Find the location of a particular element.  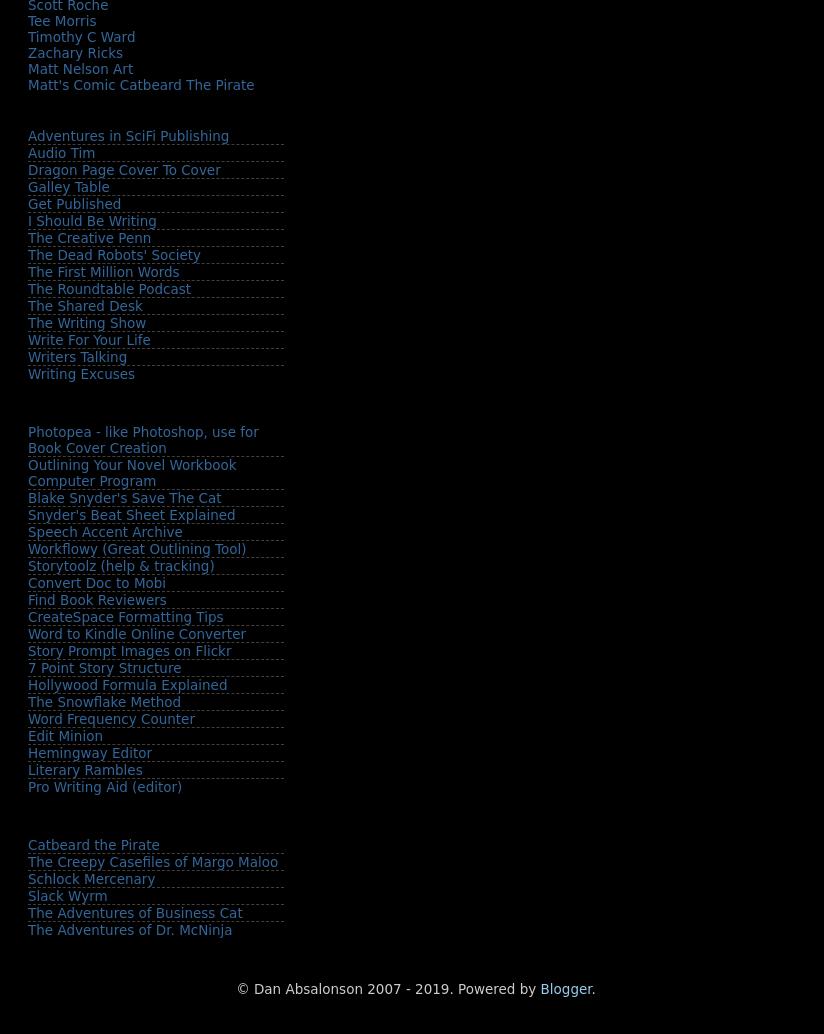

'Hollywood Formula Explained' is located at coordinates (27, 683).